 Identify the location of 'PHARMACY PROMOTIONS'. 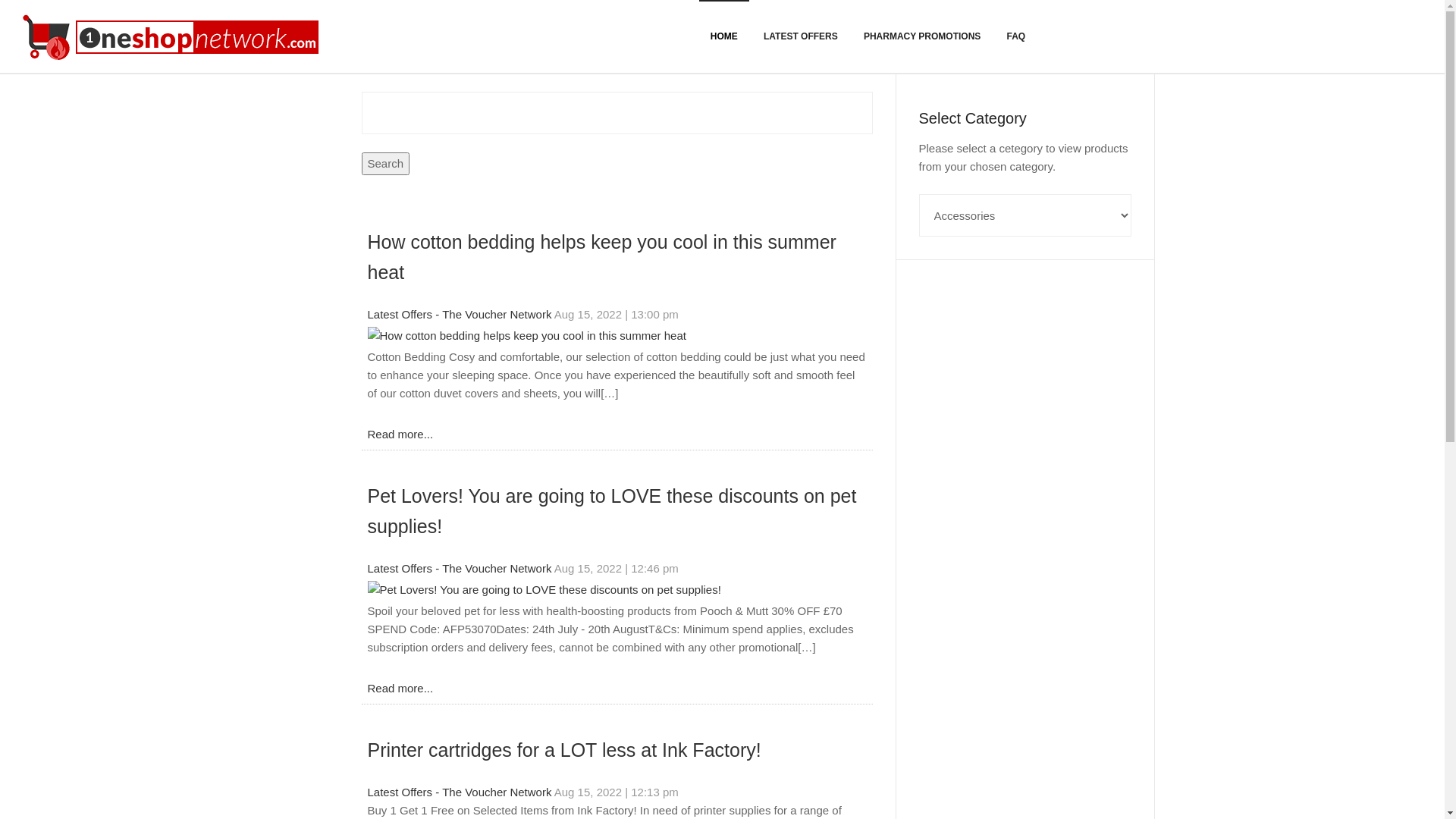
(921, 35).